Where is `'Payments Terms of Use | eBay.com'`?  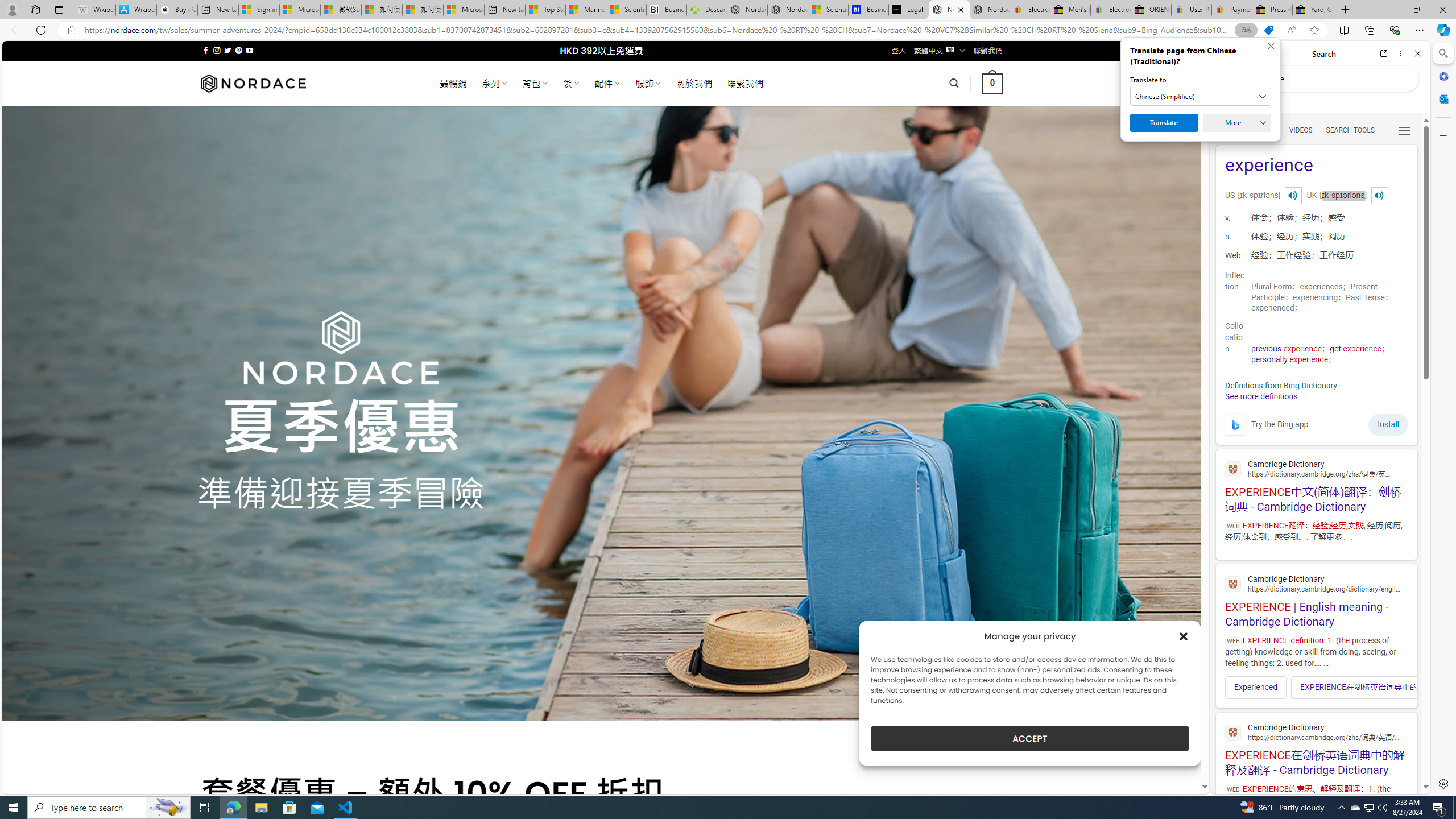
'Payments Terms of Use | eBay.com' is located at coordinates (1231, 9).